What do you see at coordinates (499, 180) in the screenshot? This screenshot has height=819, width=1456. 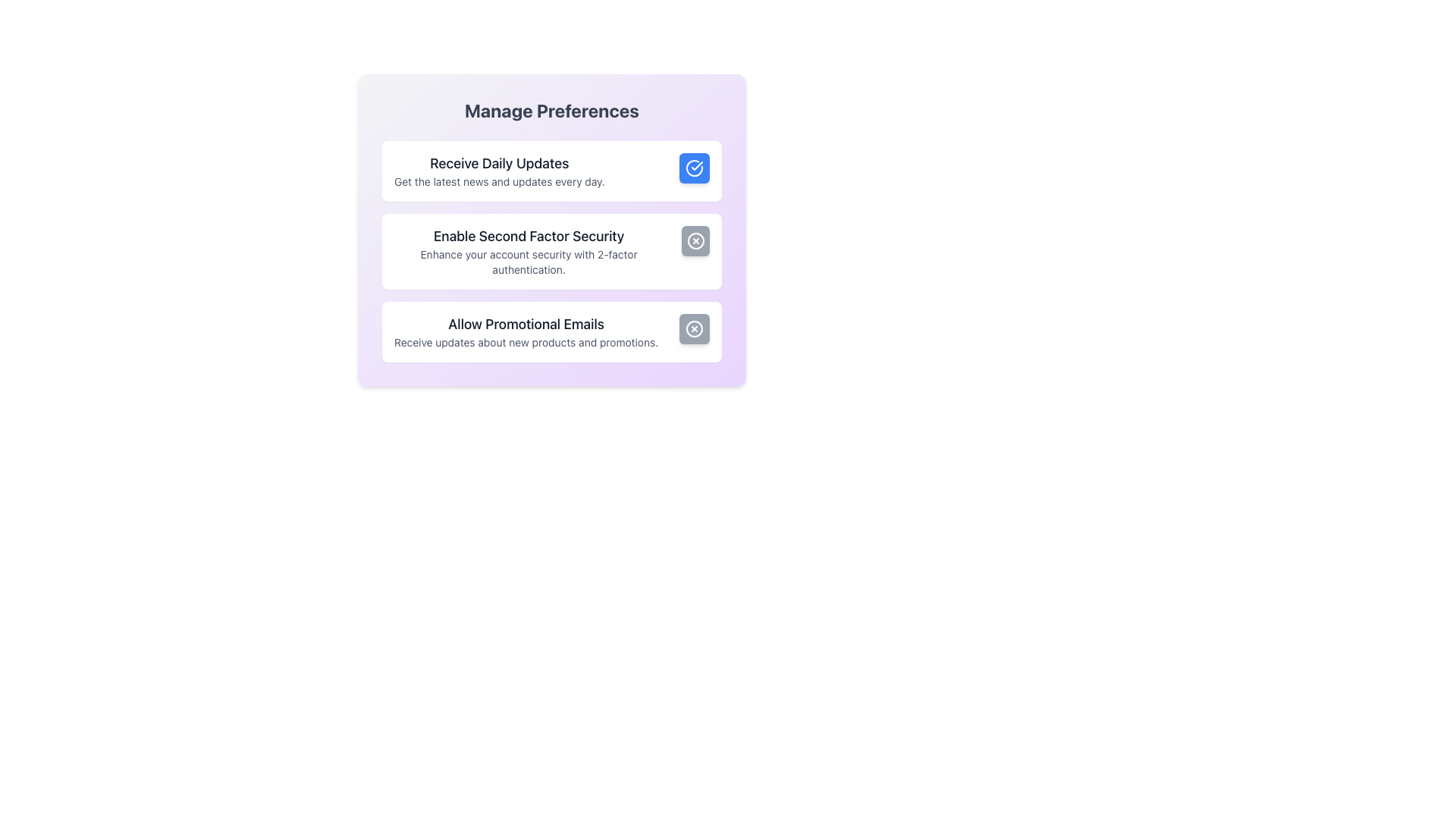 I see `the text element that displays 'Get the latest news and updates every day.' which is located directly beneath the heading 'Receive Daily Updates'` at bounding box center [499, 180].